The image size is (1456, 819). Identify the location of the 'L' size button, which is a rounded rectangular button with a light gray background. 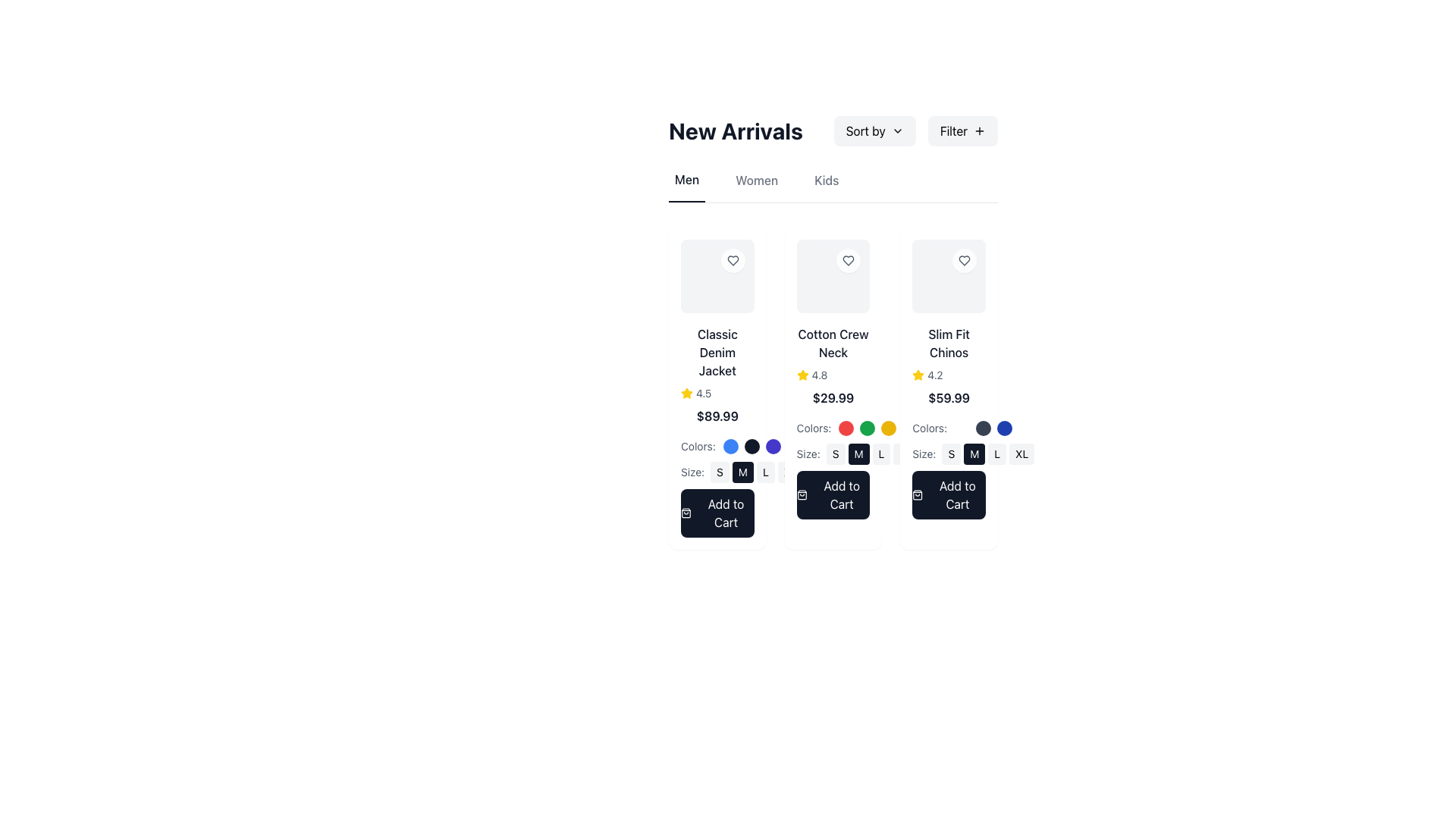
(997, 453).